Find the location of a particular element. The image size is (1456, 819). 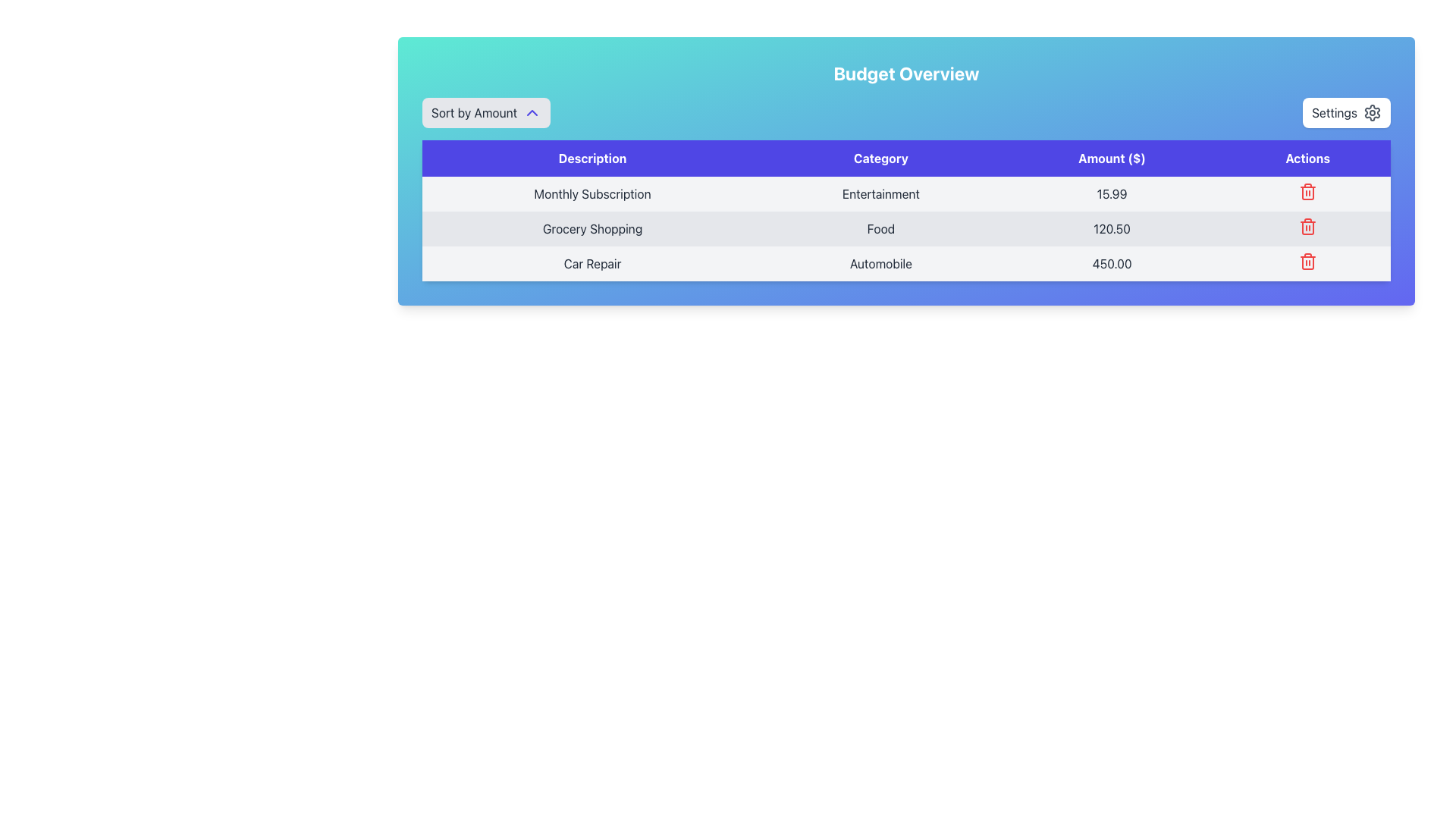

the red trash bin icon in the 'Actions' column corresponding to the 'Monthly Subscription' entry is located at coordinates (1307, 191).